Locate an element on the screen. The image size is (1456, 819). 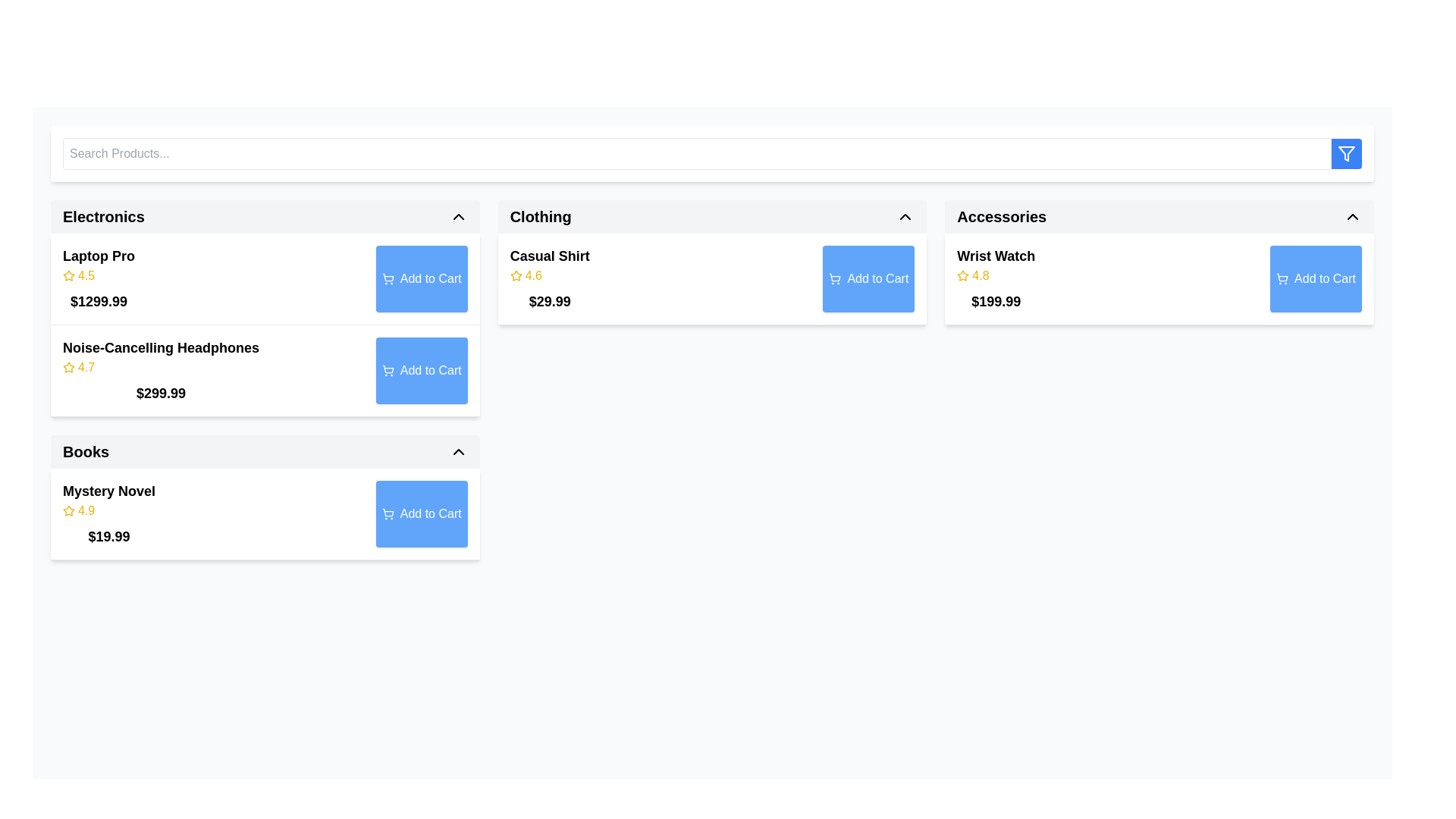
the static text label displaying 'Wrist Watch' in the product card within the 'Accessories' section is located at coordinates (996, 256).